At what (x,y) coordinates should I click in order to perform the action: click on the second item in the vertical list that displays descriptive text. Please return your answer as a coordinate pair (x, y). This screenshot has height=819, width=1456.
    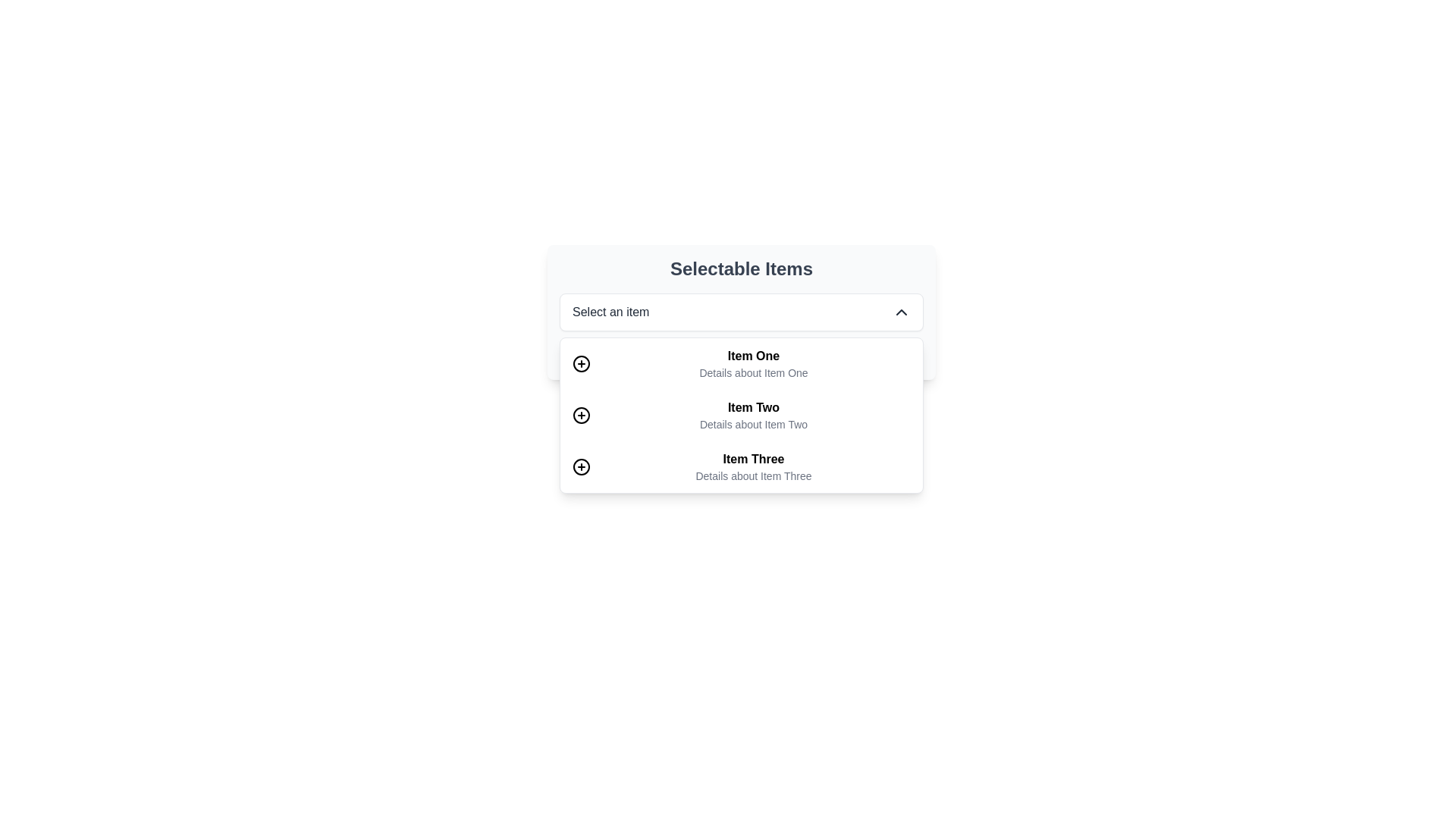
    Looking at the image, I should click on (753, 415).